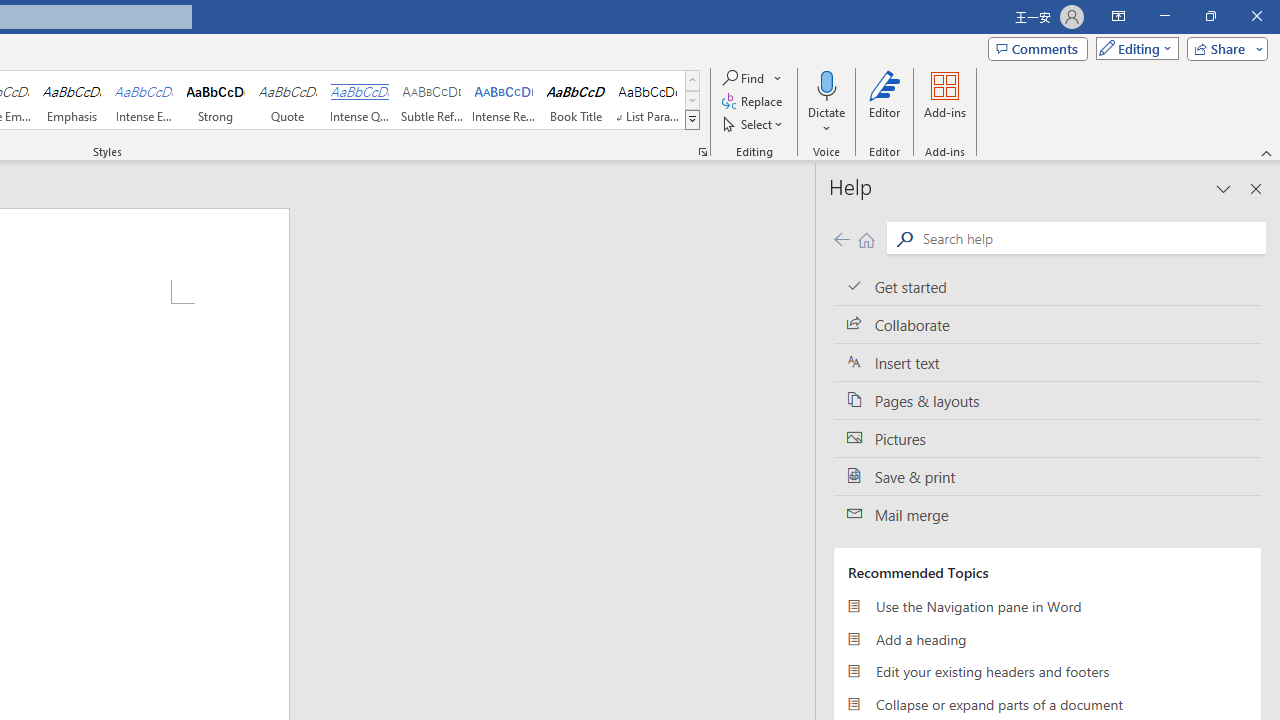 The width and height of the screenshot is (1280, 720). Describe the element at coordinates (1046, 477) in the screenshot. I see `'Save & print'` at that location.